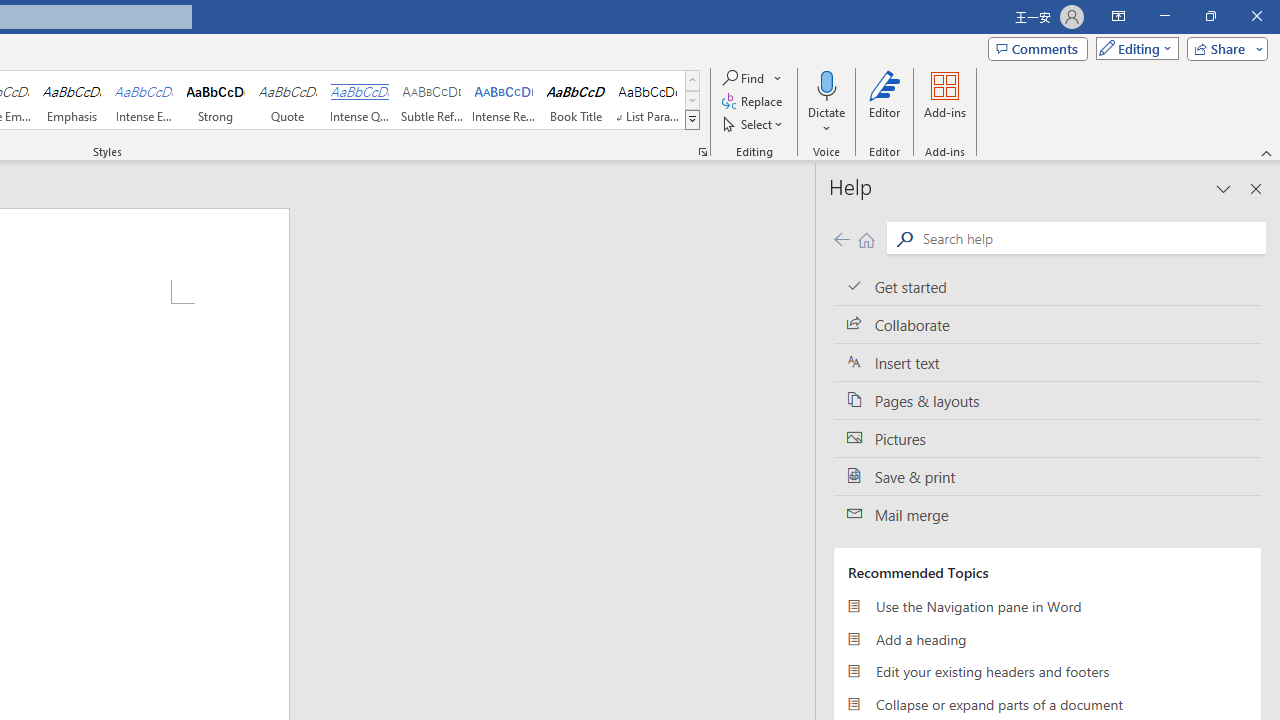 The width and height of the screenshot is (1280, 720). Describe the element at coordinates (1046, 477) in the screenshot. I see `'Save & print'` at that location.